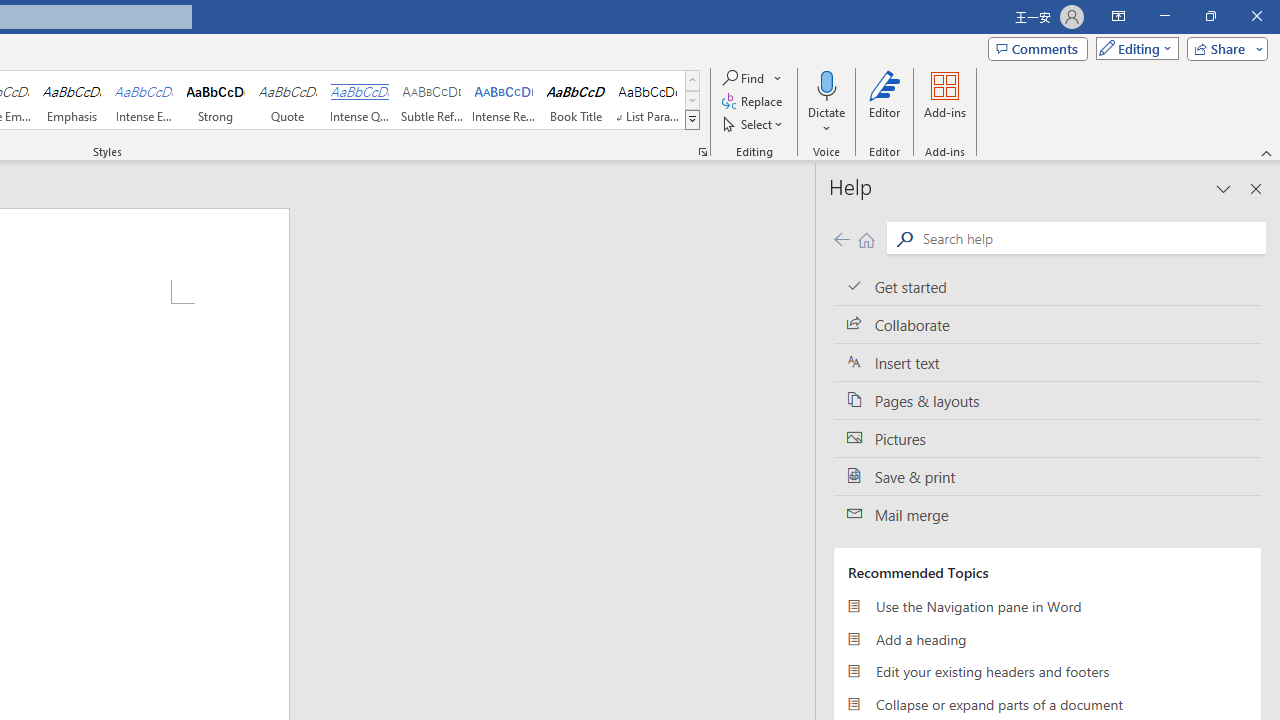 The width and height of the screenshot is (1280, 720). Describe the element at coordinates (1046, 477) in the screenshot. I see `'Save & print'` at that location.